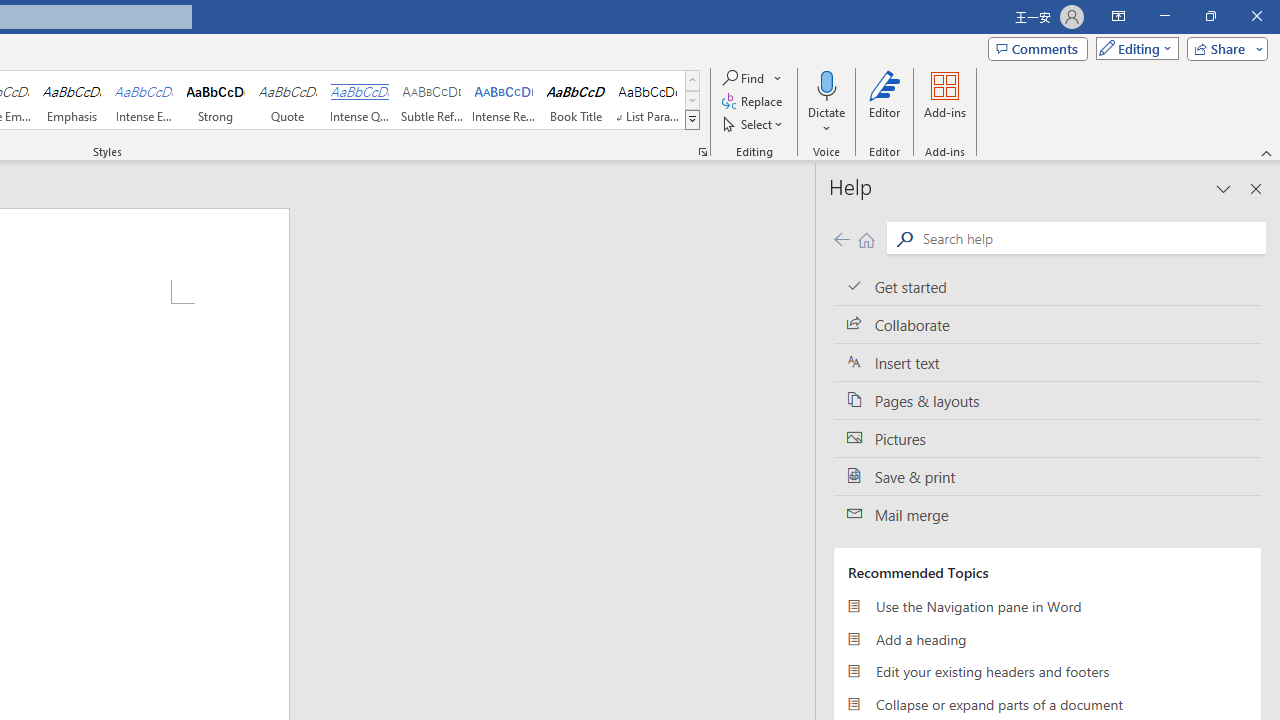 The width and height of the screenshot is (1280, 720). Describe the element at coordinates (1046, 477) in the screenshot. I see `'Save & print'` at that location.